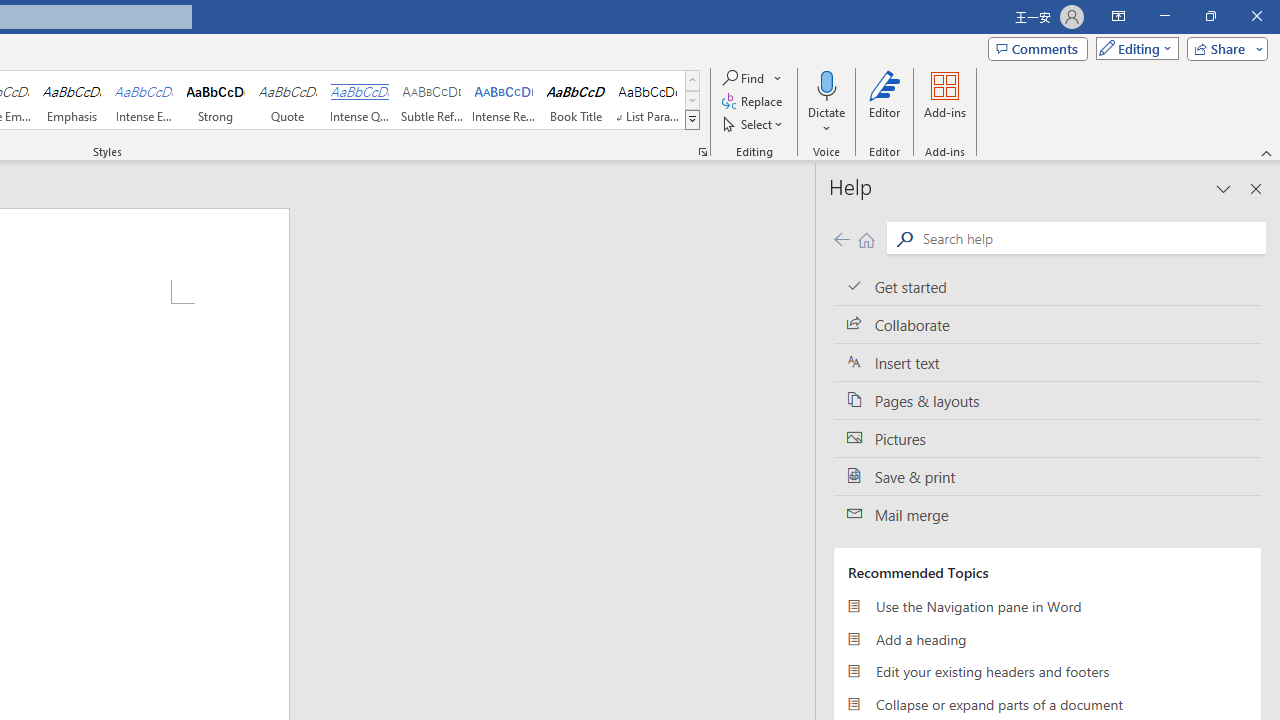 The width and height of the screenshot is (1280, 720). Describe the element at coordinates (1046, 477) in the screenshot. I see `'Save & print'` at that location.